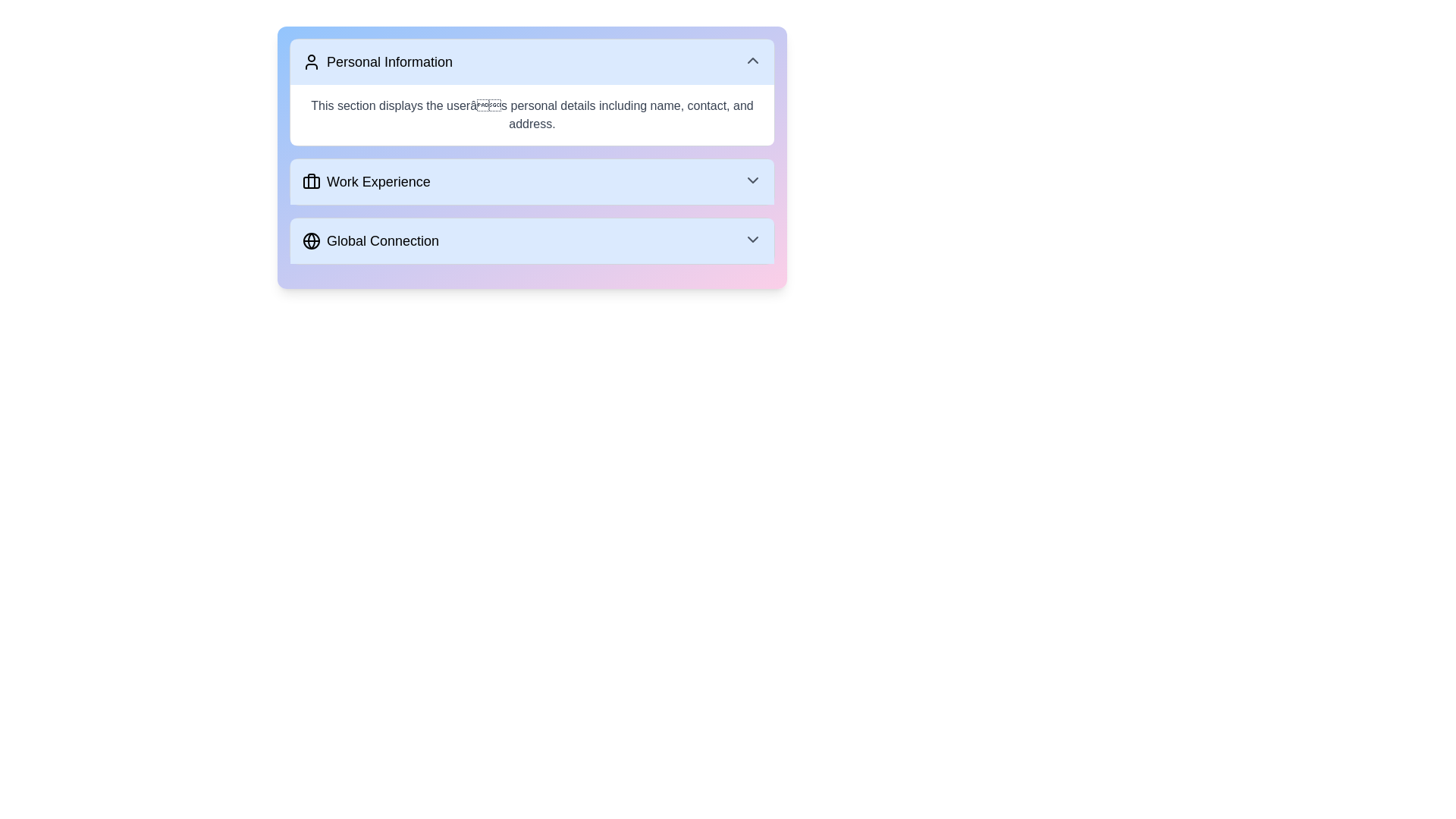 Image resolution: width=1456 pixels, height=819 pixels. I want to click on the left vertical side of the briefcase icon in the 'Work Experience' section, which is styled with a stroke and outlines the side structure of the icon, so click(311, 180).